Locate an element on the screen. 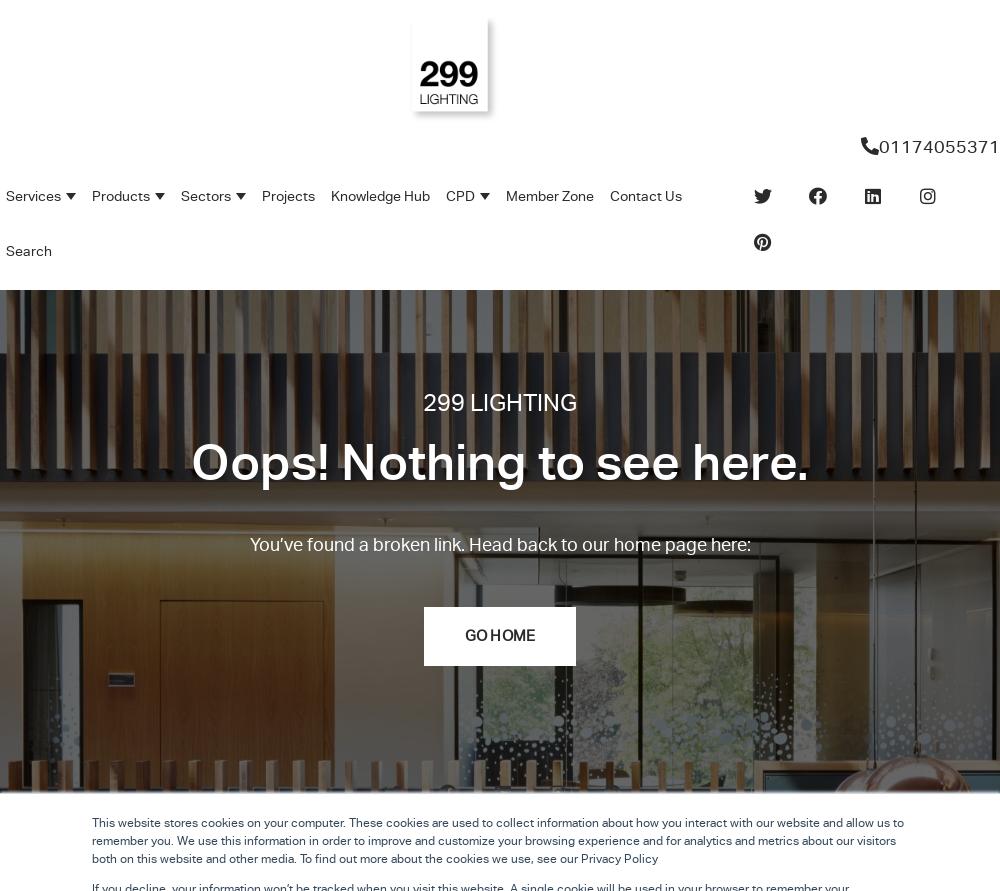 This screenshot has width=1000, height=891. 'Oops! Nothing to see here.' is located at coordinates (498, 460).